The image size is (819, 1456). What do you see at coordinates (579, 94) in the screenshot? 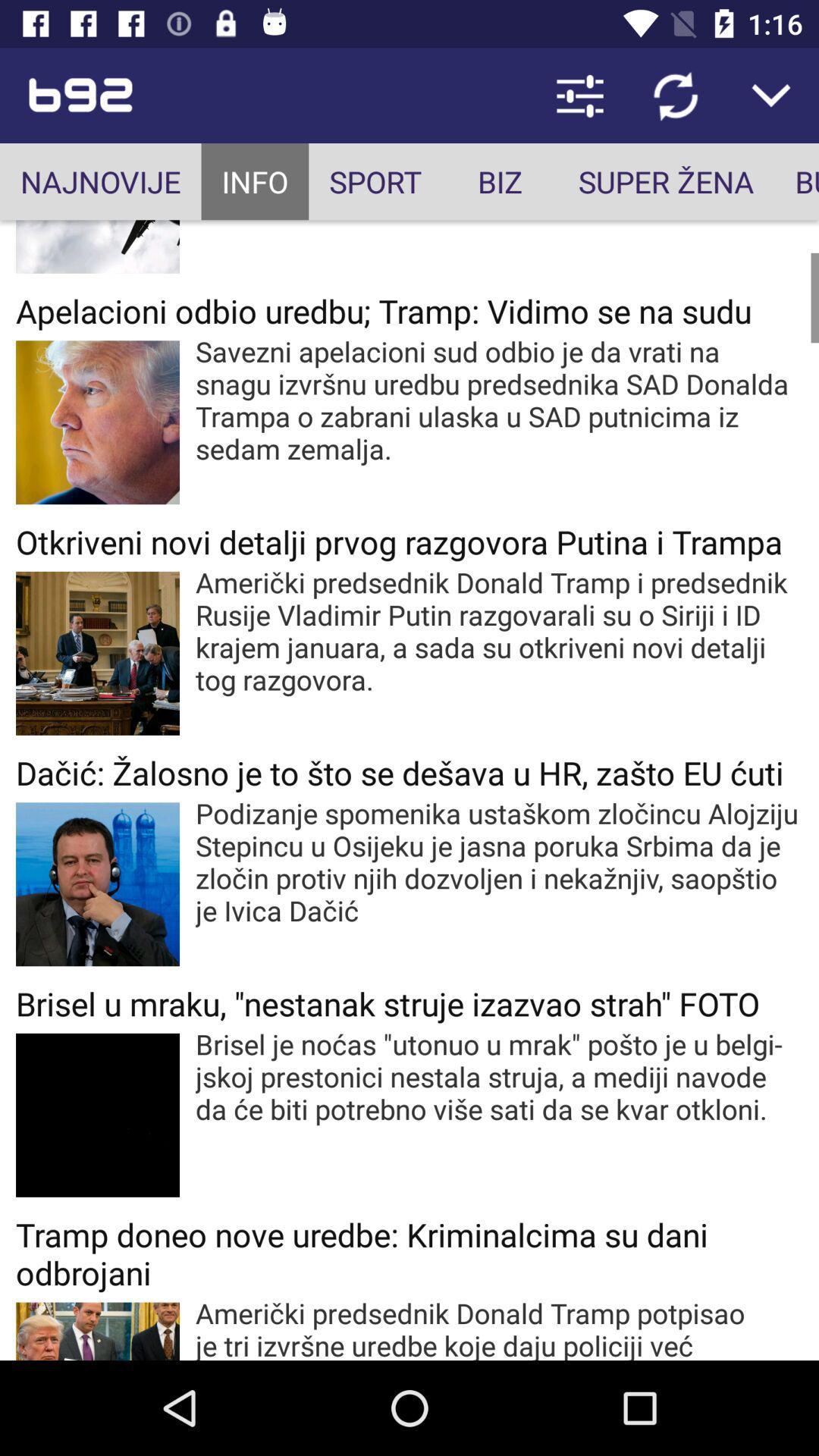
I see `the sliders icon` at bounding box center [579, 94].